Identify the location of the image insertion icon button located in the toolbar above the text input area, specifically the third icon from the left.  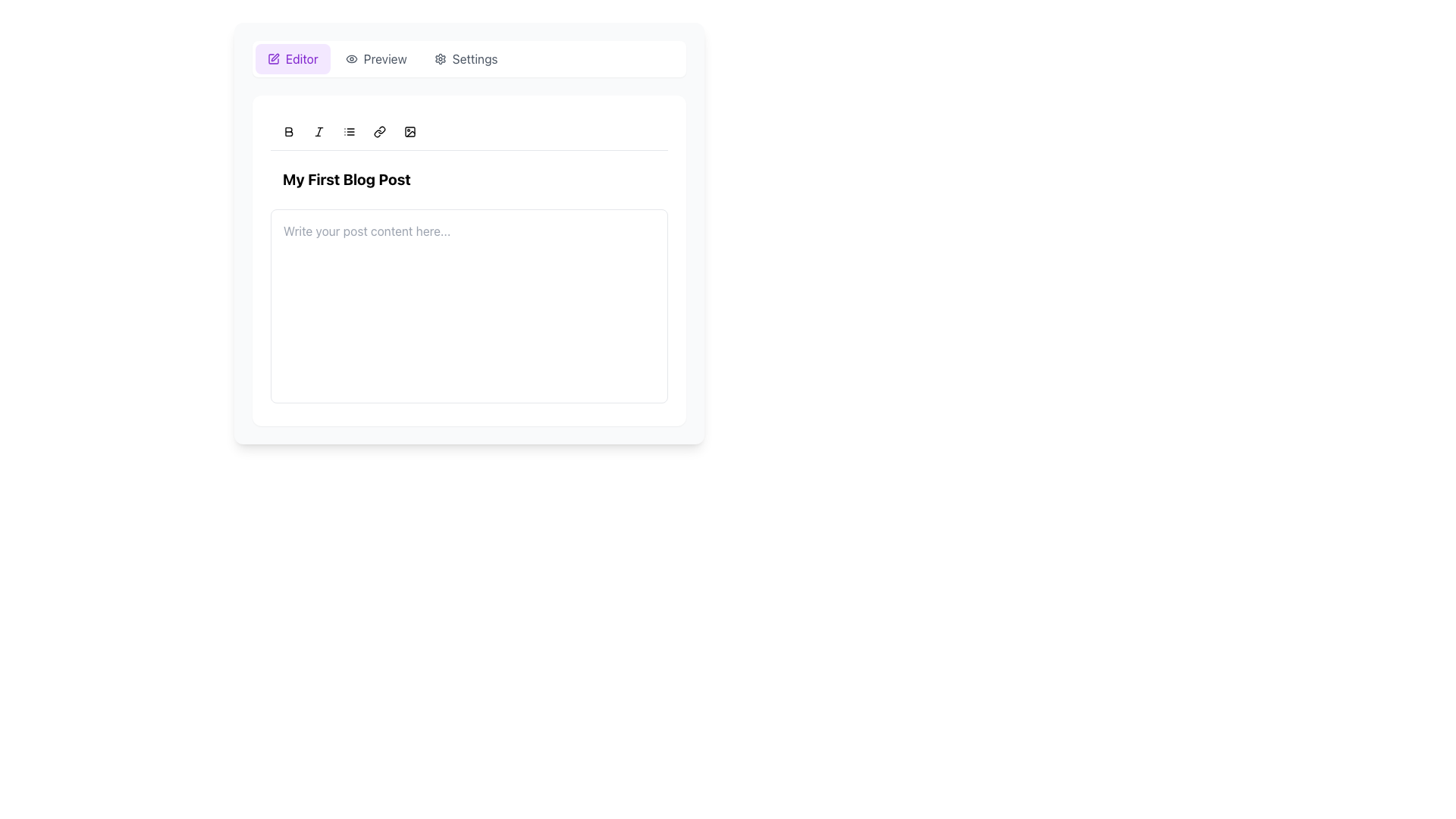
(410, 130).